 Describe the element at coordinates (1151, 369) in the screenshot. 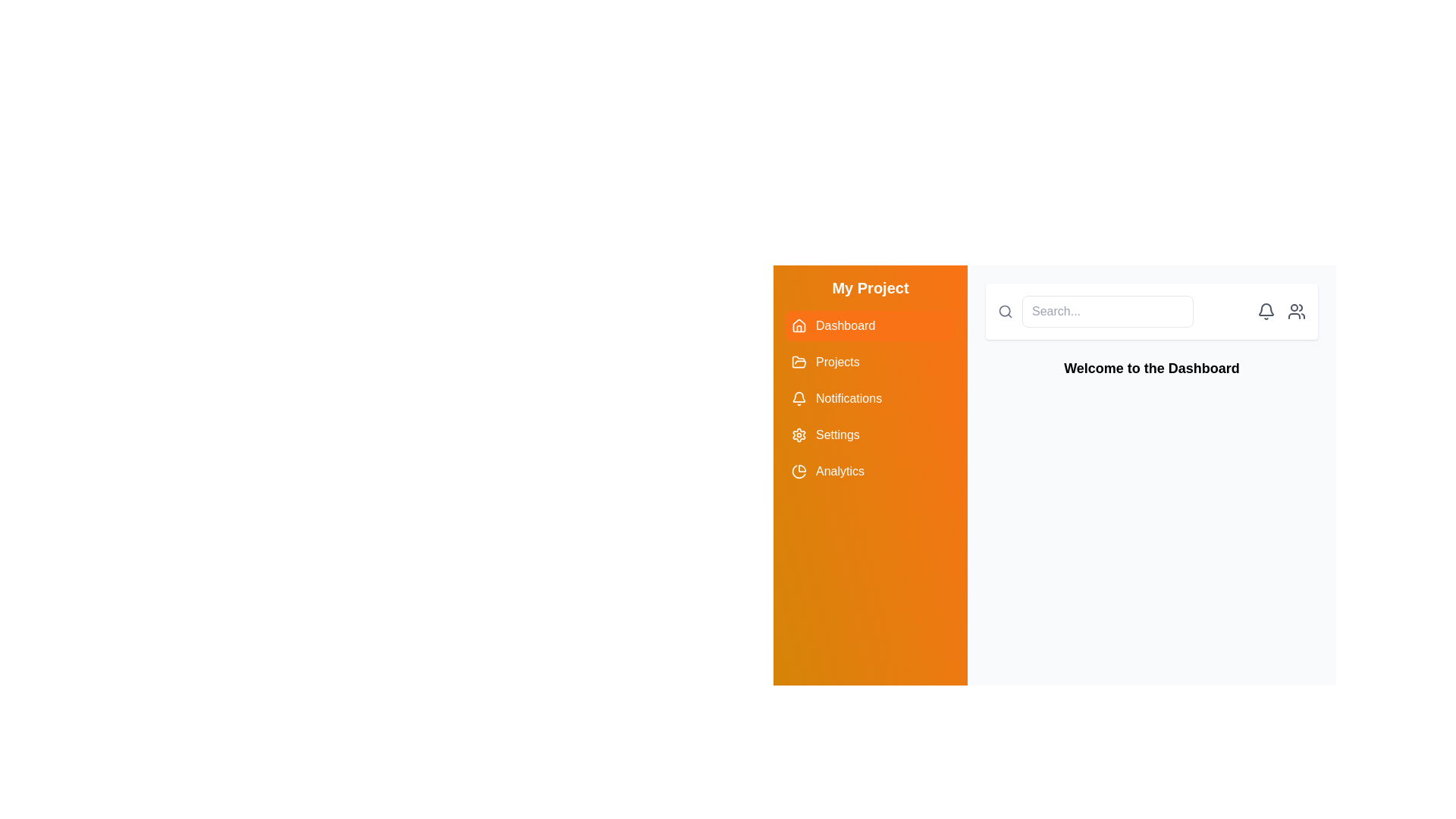

I see `the text label displaying 'Welcome to the Dashboard', which is centrally aligned and prominently positioned below the header area` at that location.